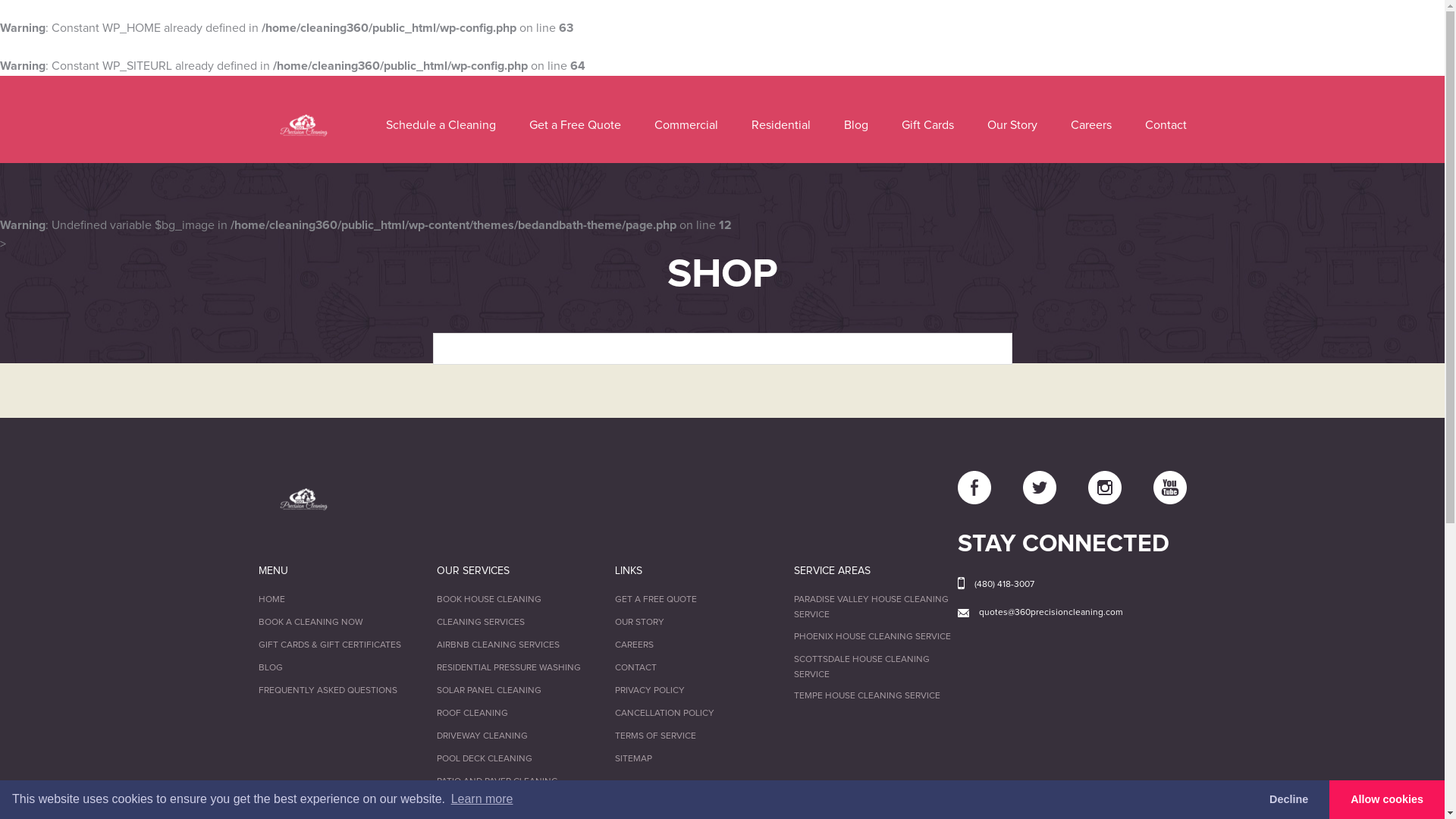  Describe the element at coordinates (269, 667) in the screenshot. I see `'BLOG'` at that location.